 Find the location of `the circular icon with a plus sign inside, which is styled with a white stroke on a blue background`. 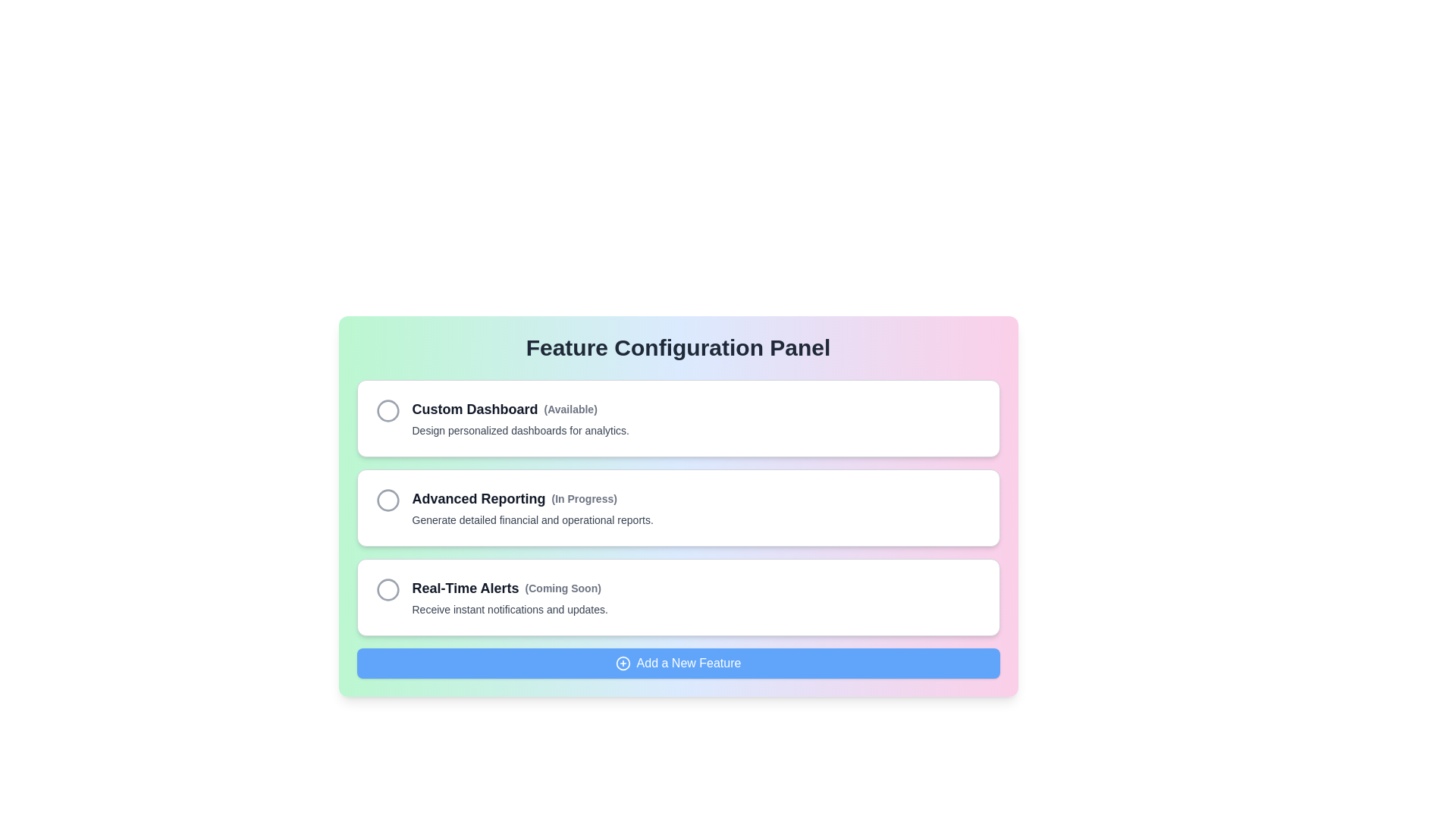

the circular icon with a plus sign inside, which is styled with a white stroke on a blue background is located at coordinates (623, 663).